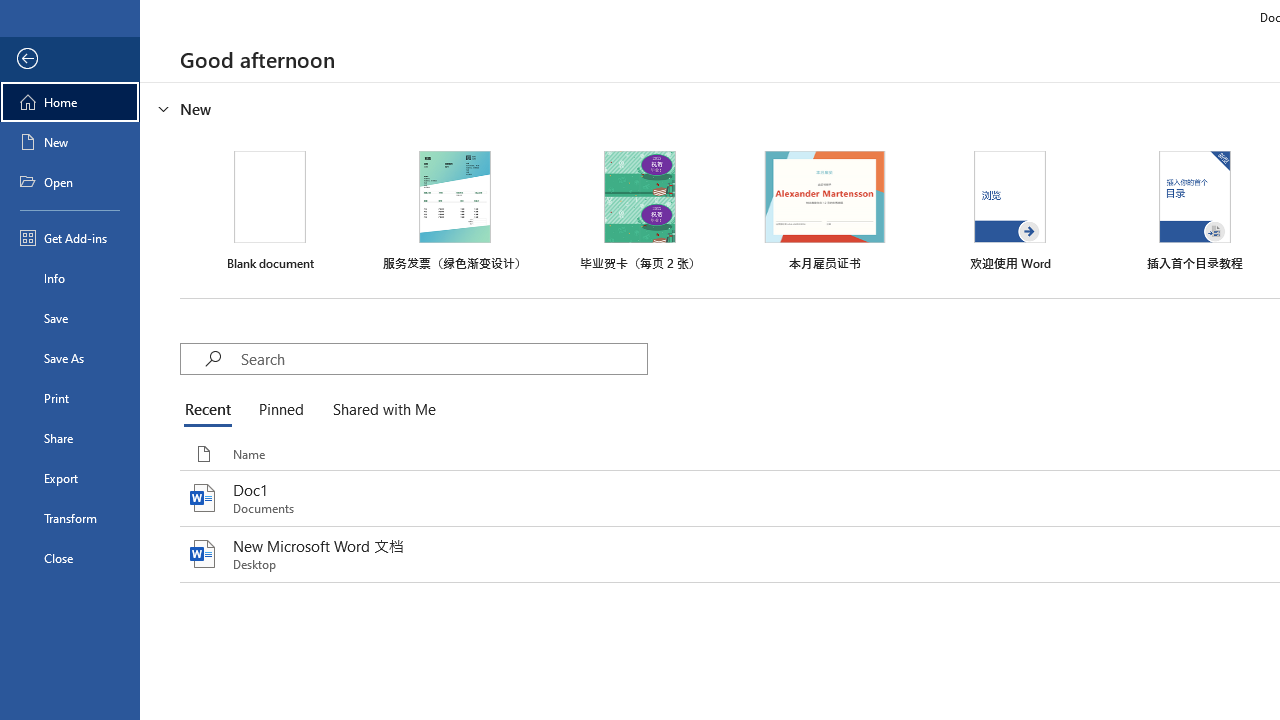  Describe the element at coordinates (69, 517) in the screenshot. I see `'Transform'` at that location.